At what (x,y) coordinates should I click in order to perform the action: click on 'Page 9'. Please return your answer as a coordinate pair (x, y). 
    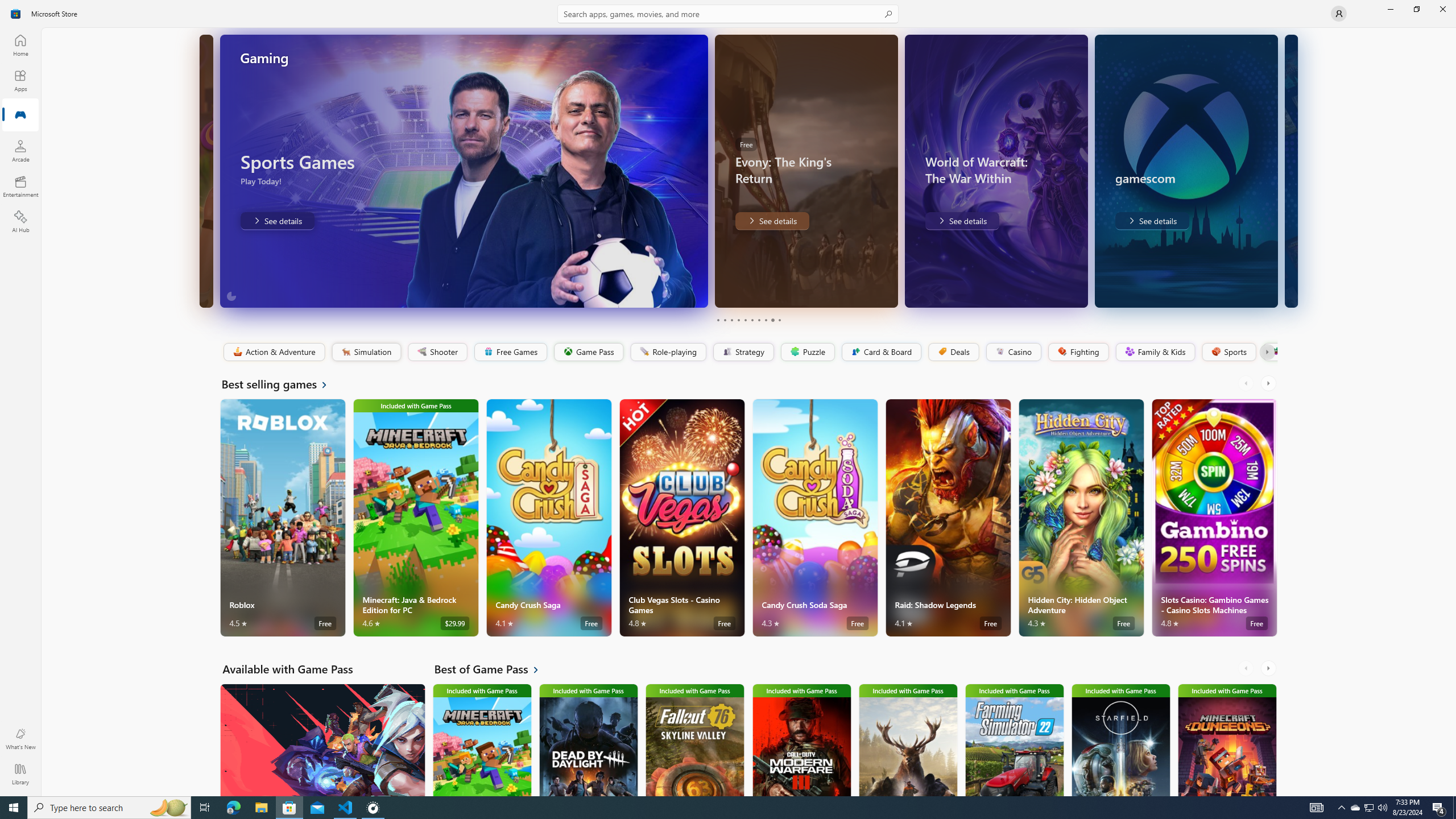
    Looking at the image, I should click on (772, 320).